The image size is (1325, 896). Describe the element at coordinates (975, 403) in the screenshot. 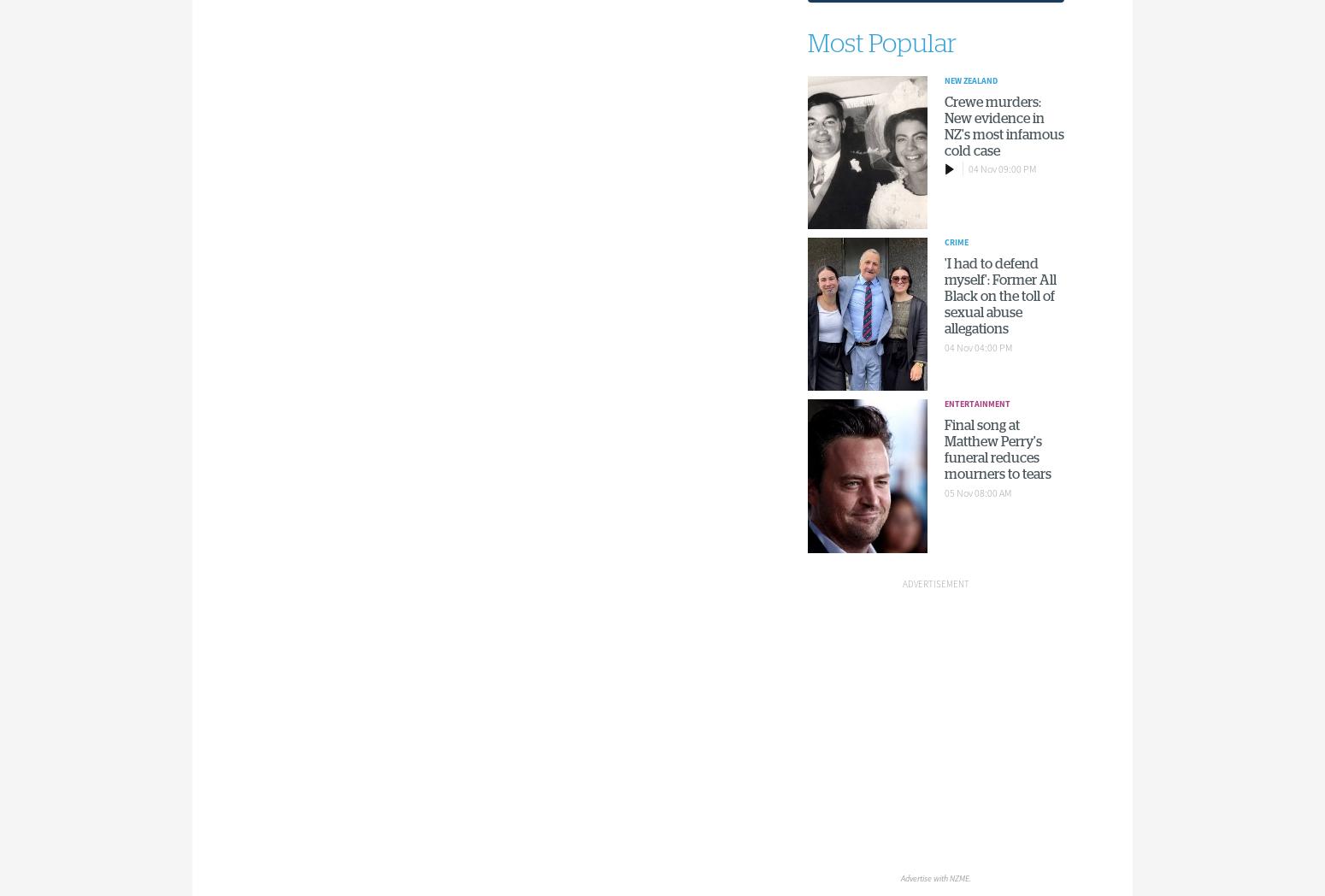

I see `'Entertainment'` at that location.